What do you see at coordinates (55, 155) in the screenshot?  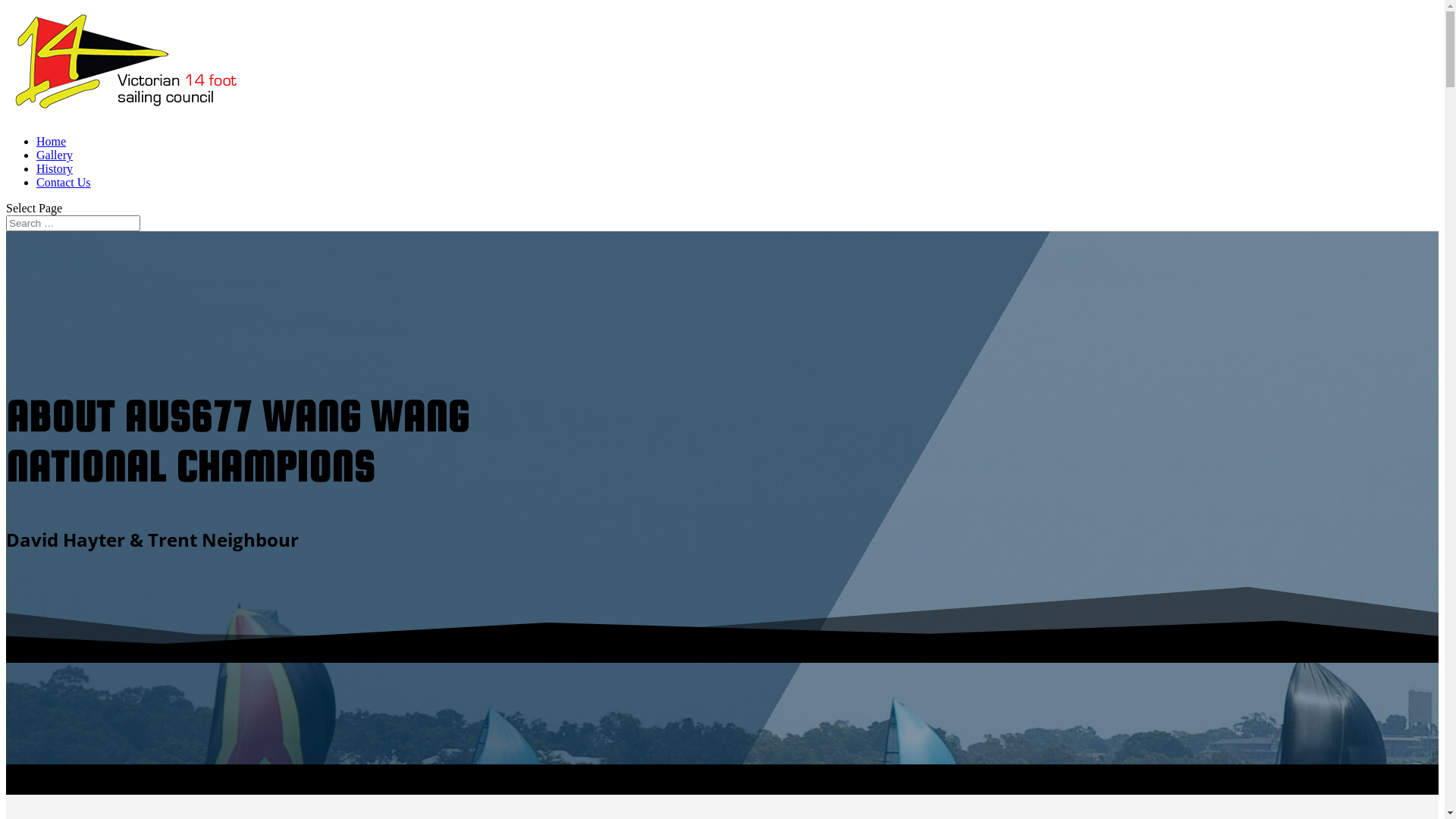 I see `'Gallery'` at bounding box center [55, 155].